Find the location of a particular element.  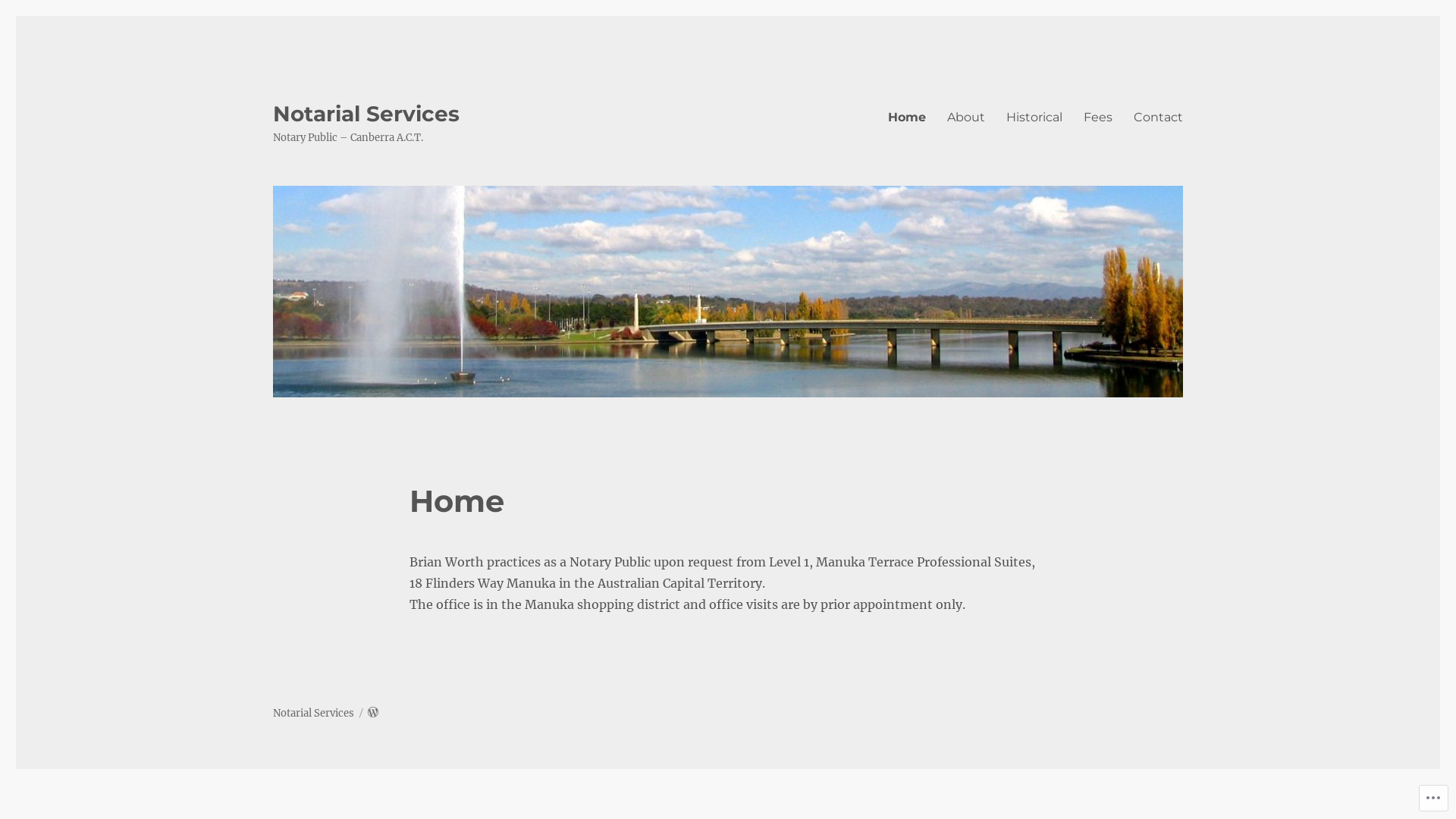

'About' is located at coordinates (965, 116).